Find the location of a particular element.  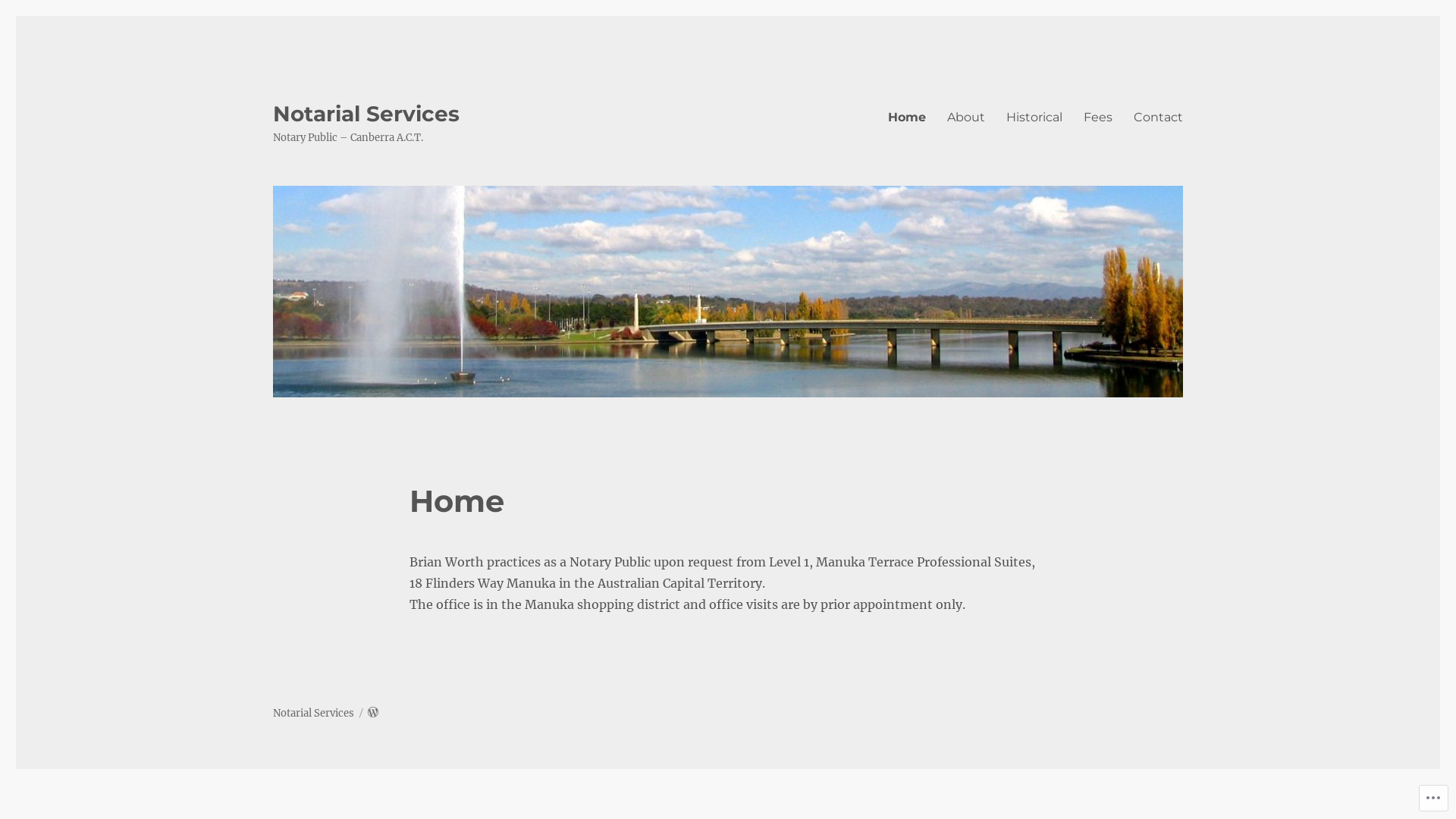

'About' is located at coordinates (965, 116).